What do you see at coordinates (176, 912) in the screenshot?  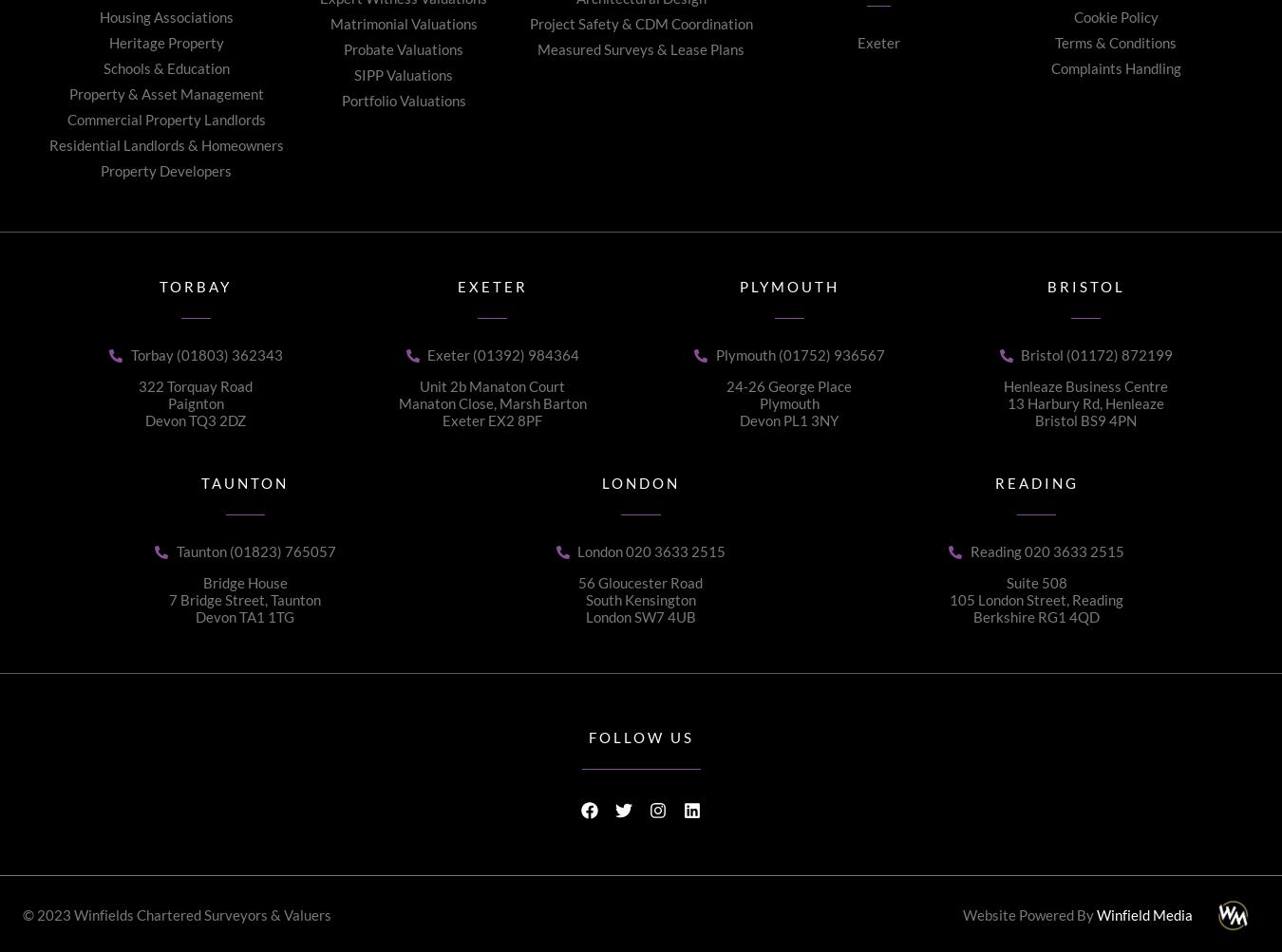 I see `'© 2023 Winfields Chartered Surveyors & Valuers'` at bounding box center [176, 912].